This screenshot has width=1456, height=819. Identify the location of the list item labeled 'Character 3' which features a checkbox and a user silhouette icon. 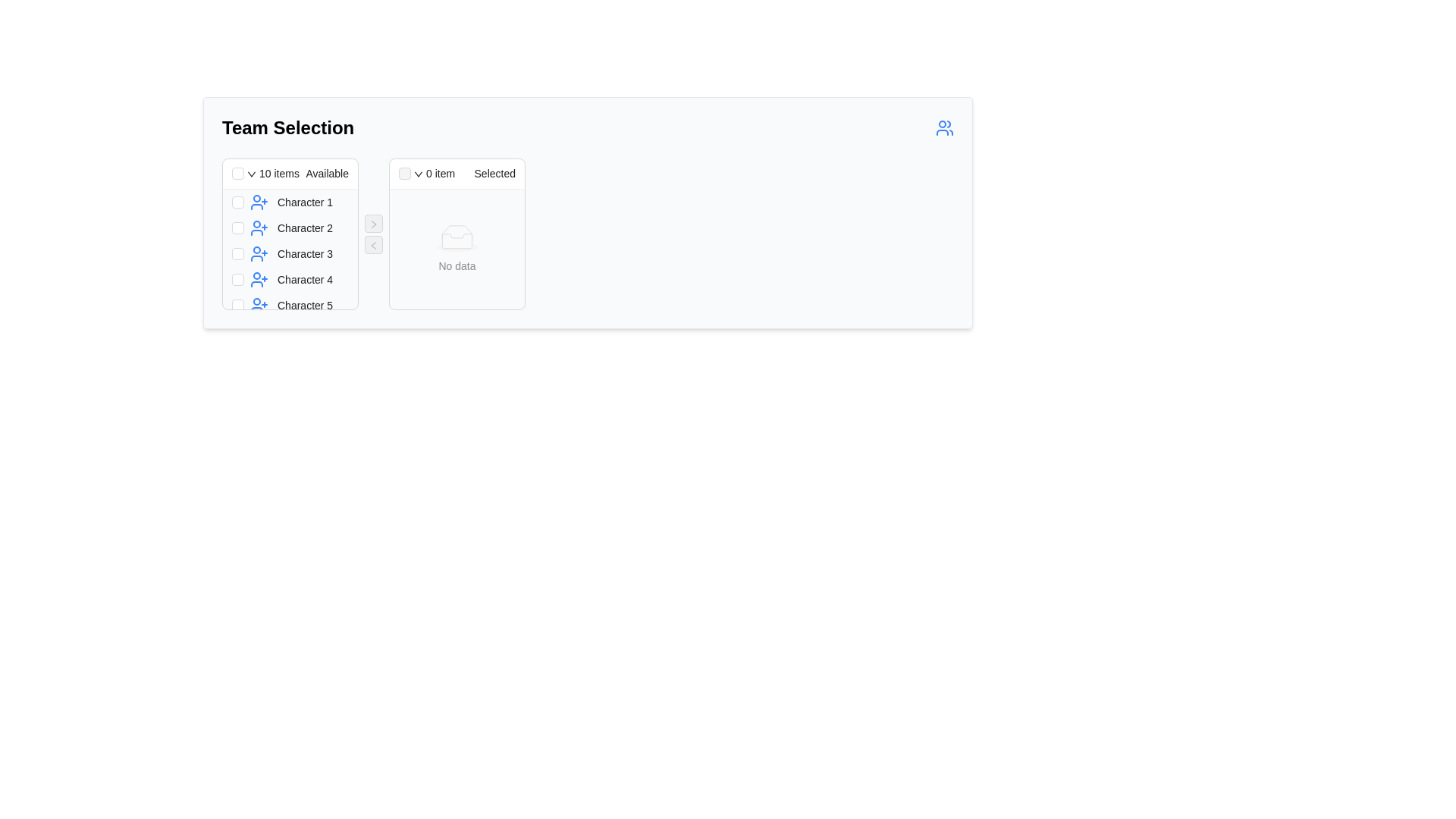
(290, 253).